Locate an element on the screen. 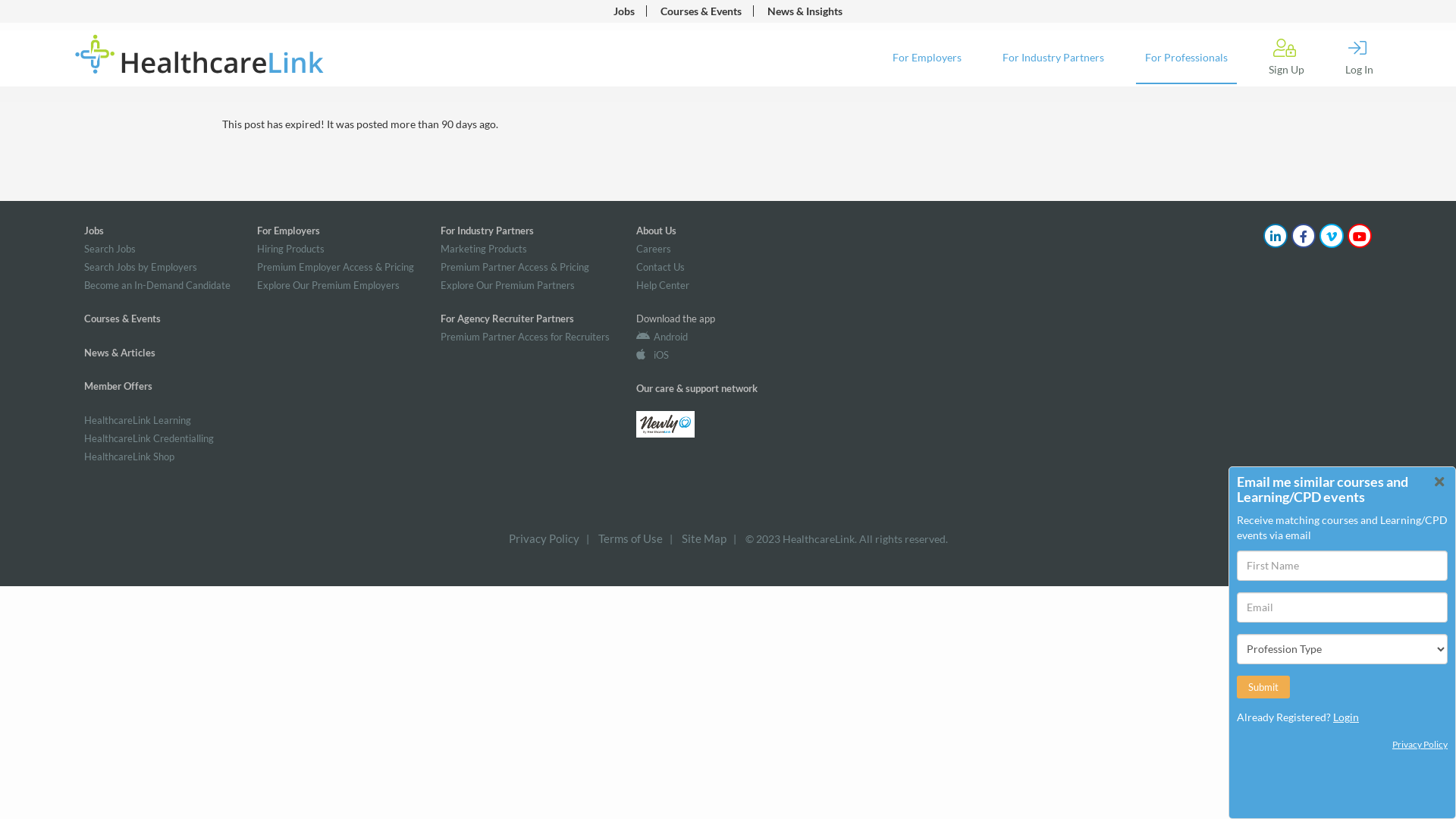 This screenshot has width=1456, height=819. 'Site Map' is located at coordinates (702, 537).